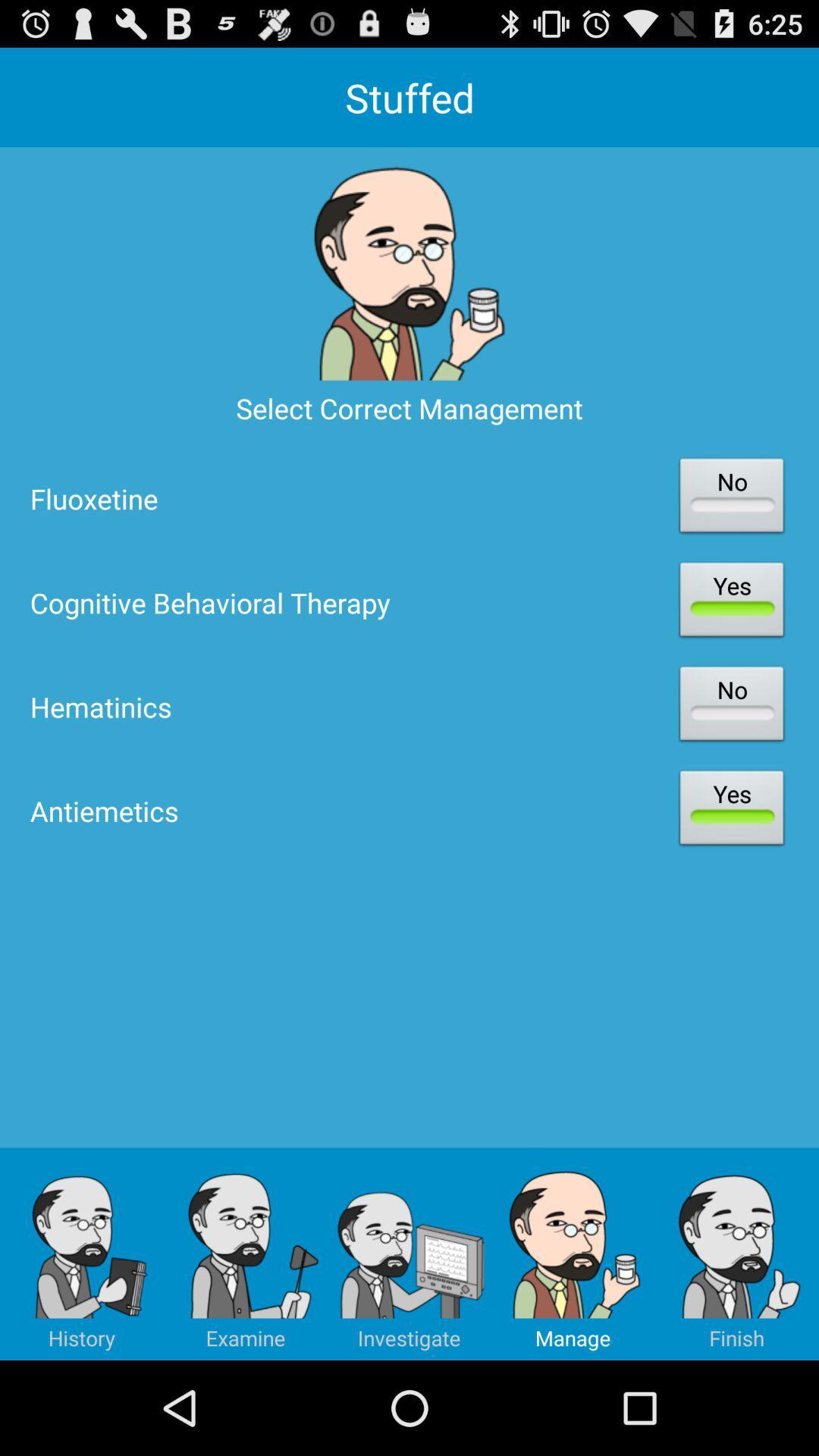  Describe the element at coordinates (82, 1254) in the screenshot. I see `the icon below antiemetics` at that location.